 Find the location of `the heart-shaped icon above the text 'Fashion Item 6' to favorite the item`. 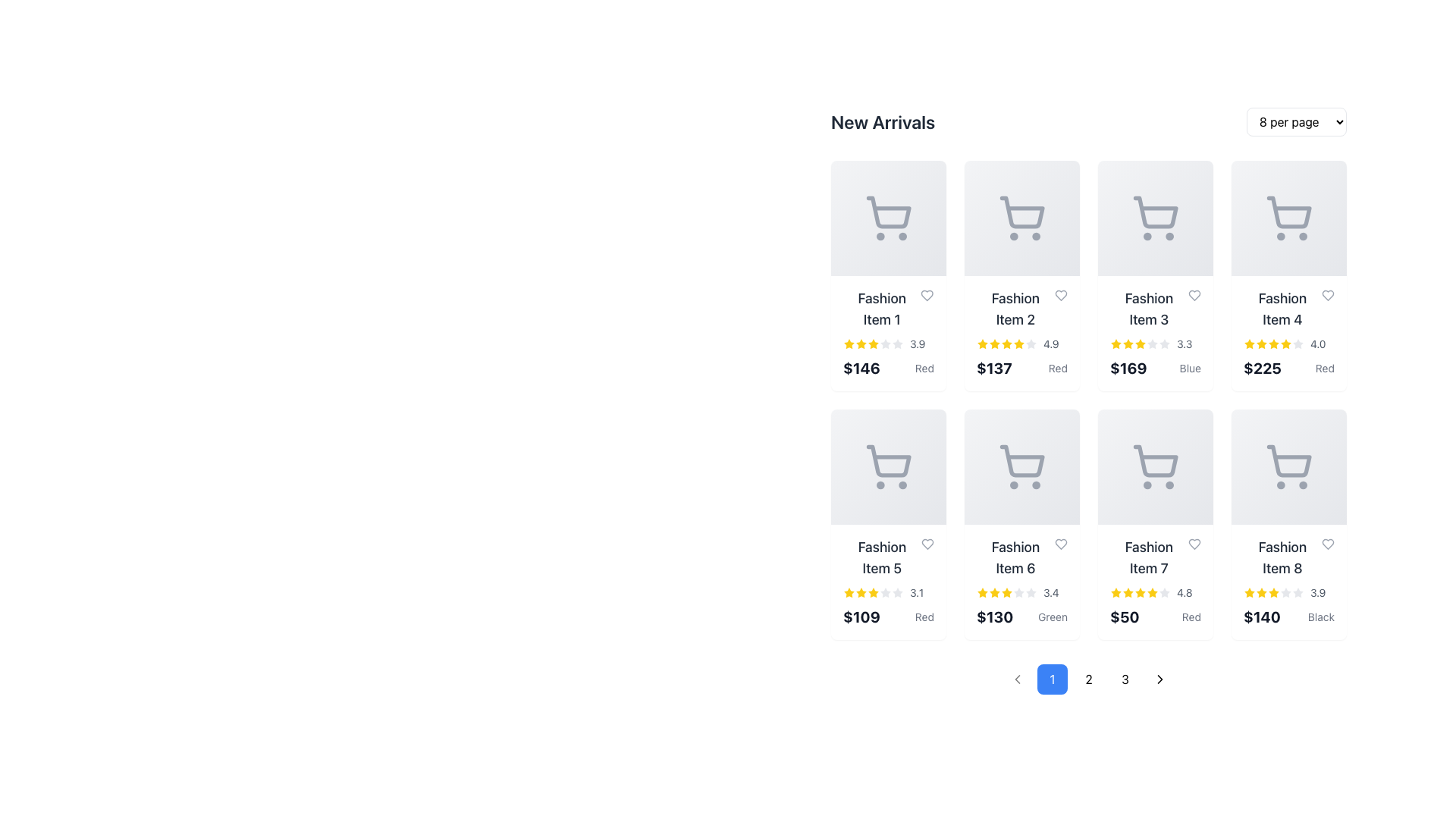

the heart-shaped icon above the text 'Fashion Item 6' to favorite the item is located at coordinates (1059, 543).